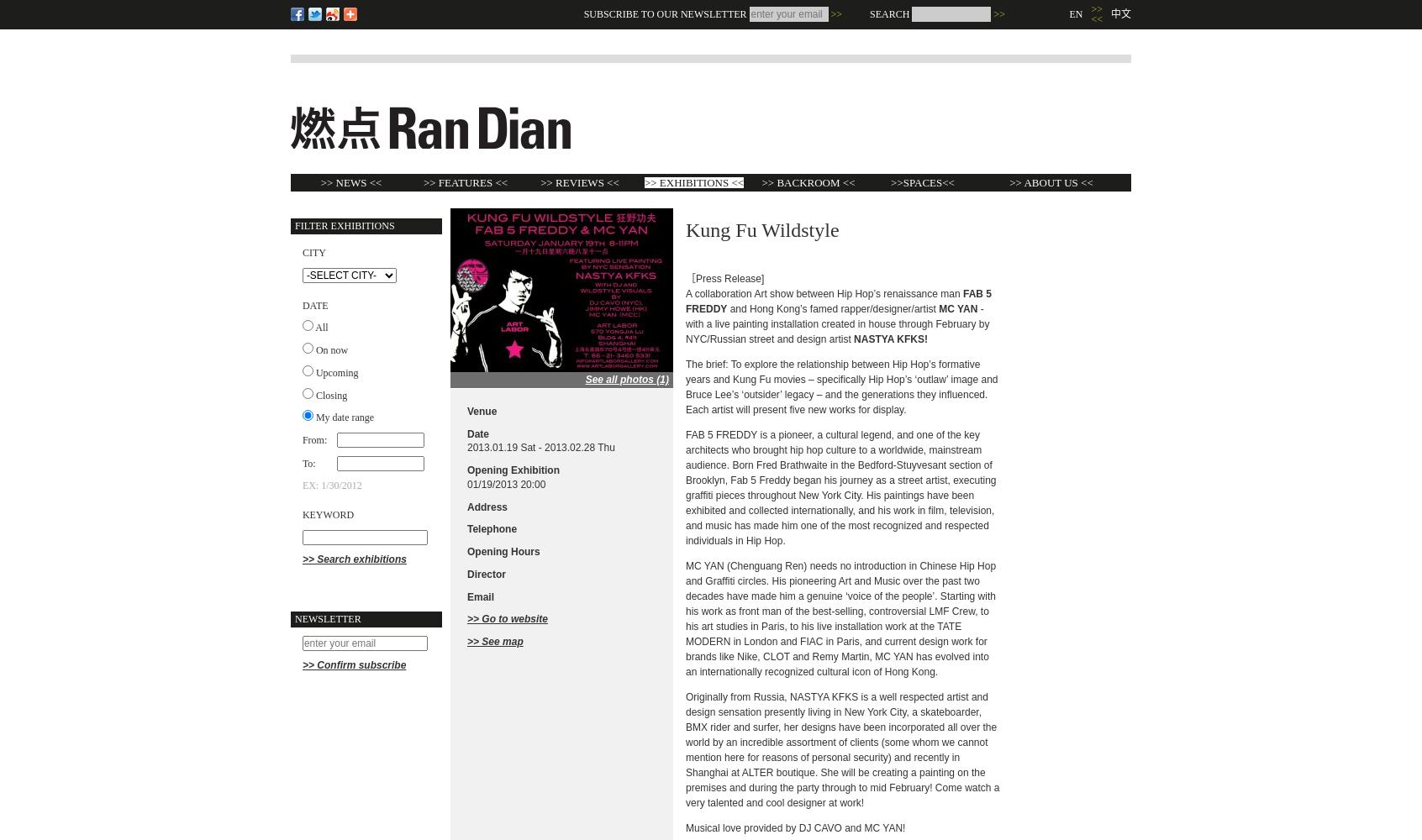  Describe the element at coordinates (481, 410) in the screenshot. I see `'Venue'` at that location.